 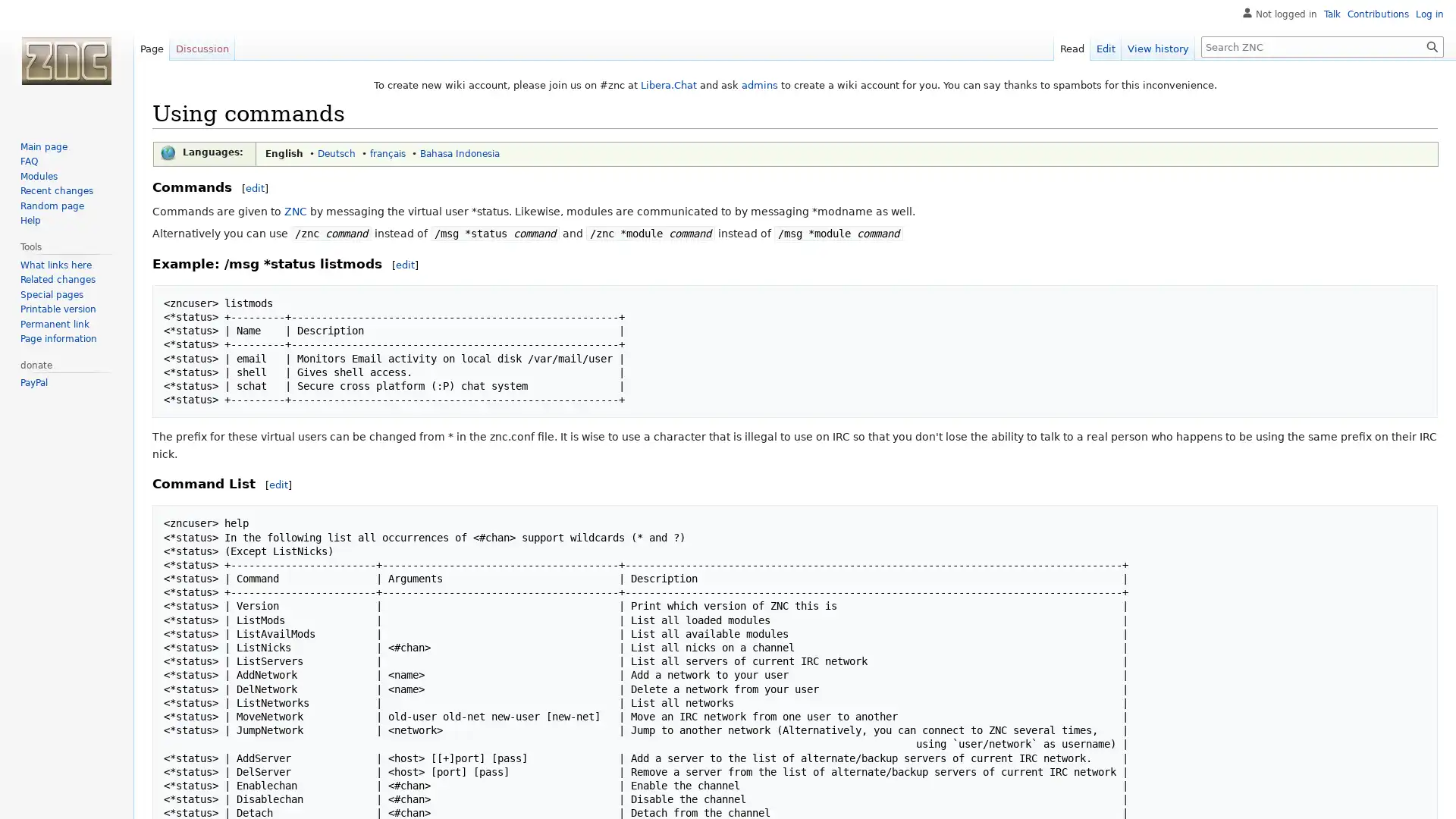 What do you see at coordinates (1432, 45) in the screenshot?
I see `Go` at bounding box center [1432, 45].